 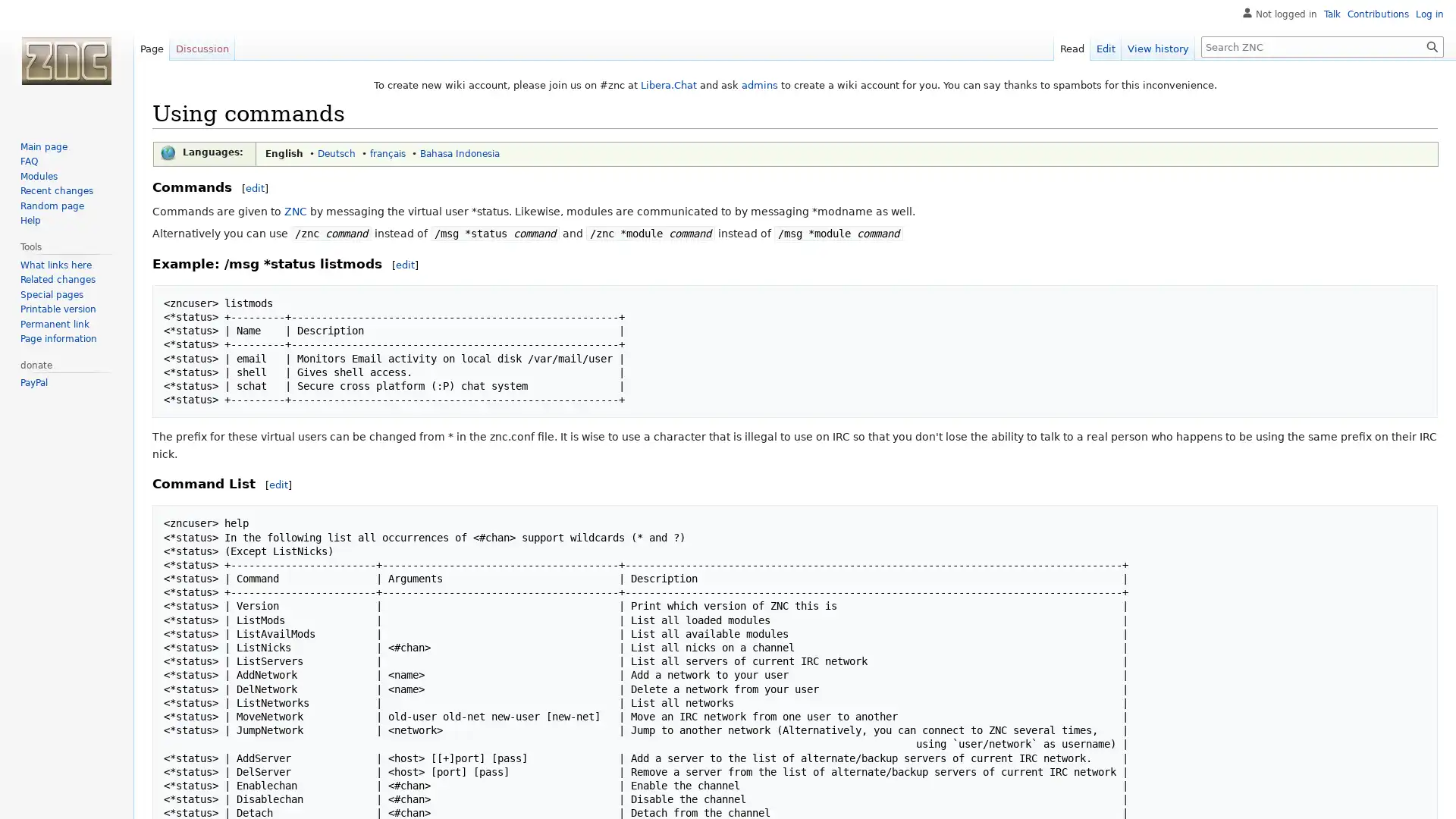 What do you see at coordinates (1432, 45) in the screenshot?
I see `Go` at bounding box center [1432, 45].